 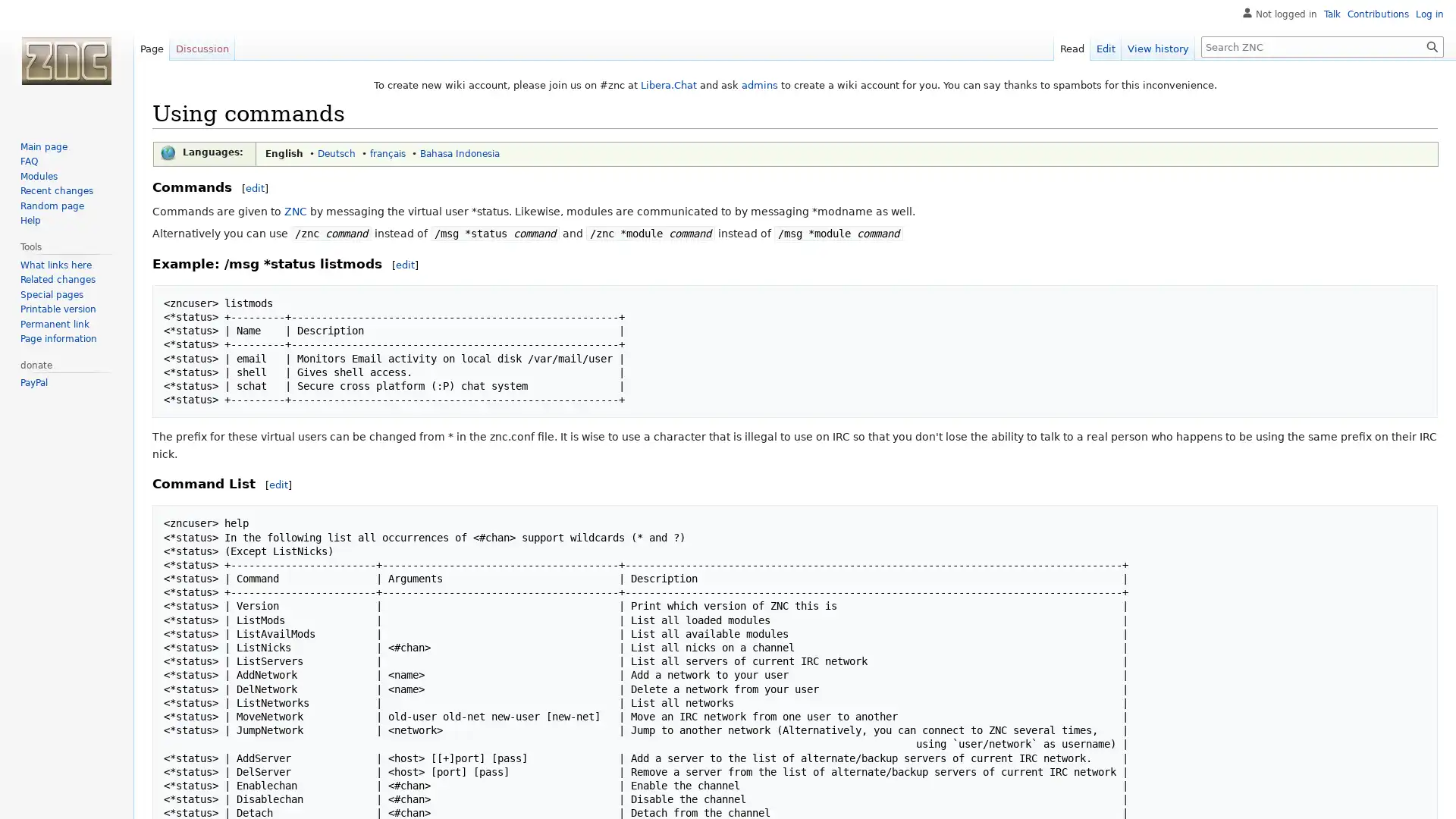 What do you see at coordinates (1432, 45) in the screenshot?
I see `Go` at bounding box center [1432, 45].